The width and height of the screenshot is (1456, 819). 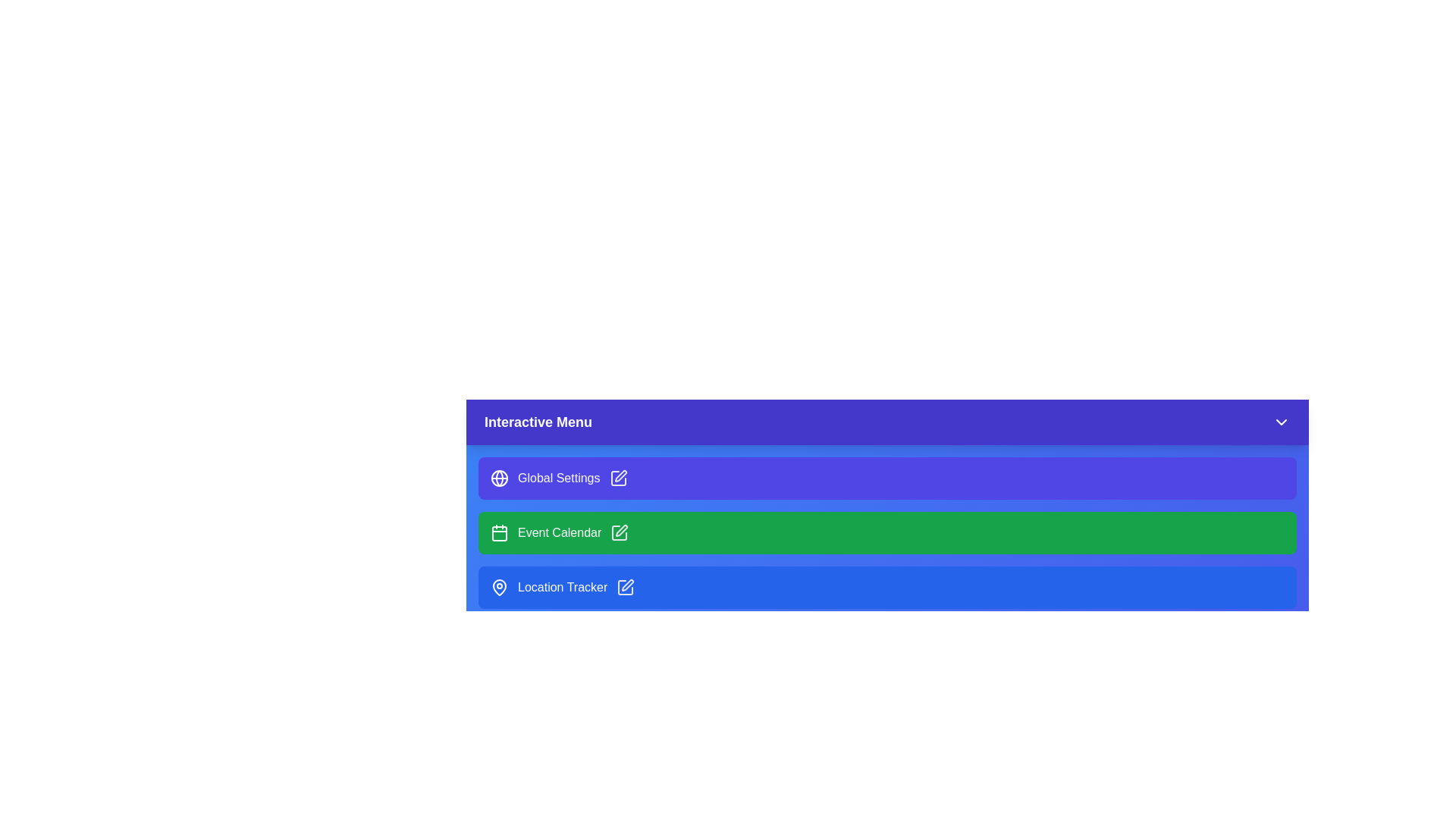 What do you see at coordinates (499, 479) in the screenshot?
I see `the icon of Global Settings in the InteractiveDashboardMenu` at bounding box center [499, 479].